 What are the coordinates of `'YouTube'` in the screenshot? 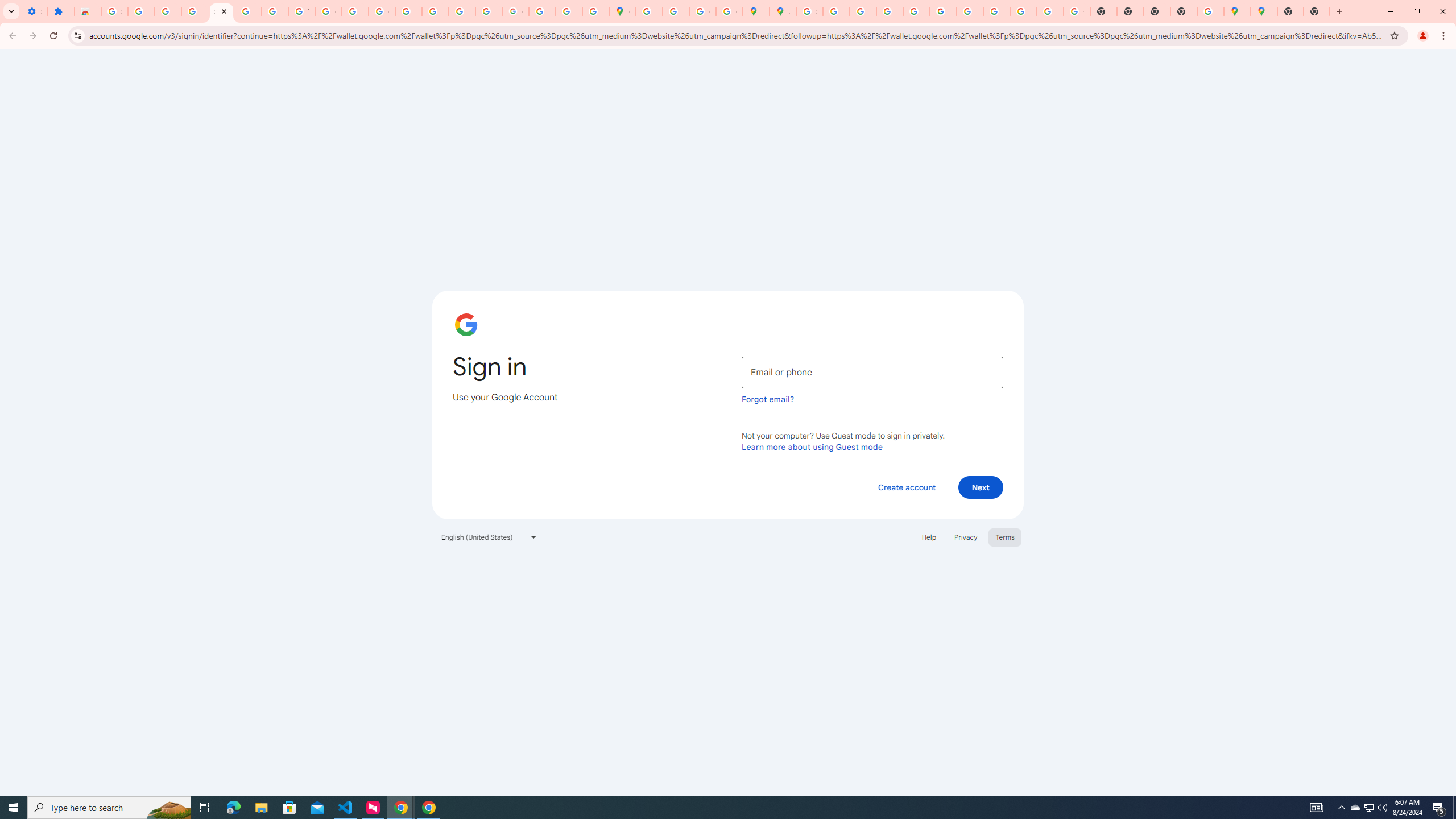 It's located at (301, 11).